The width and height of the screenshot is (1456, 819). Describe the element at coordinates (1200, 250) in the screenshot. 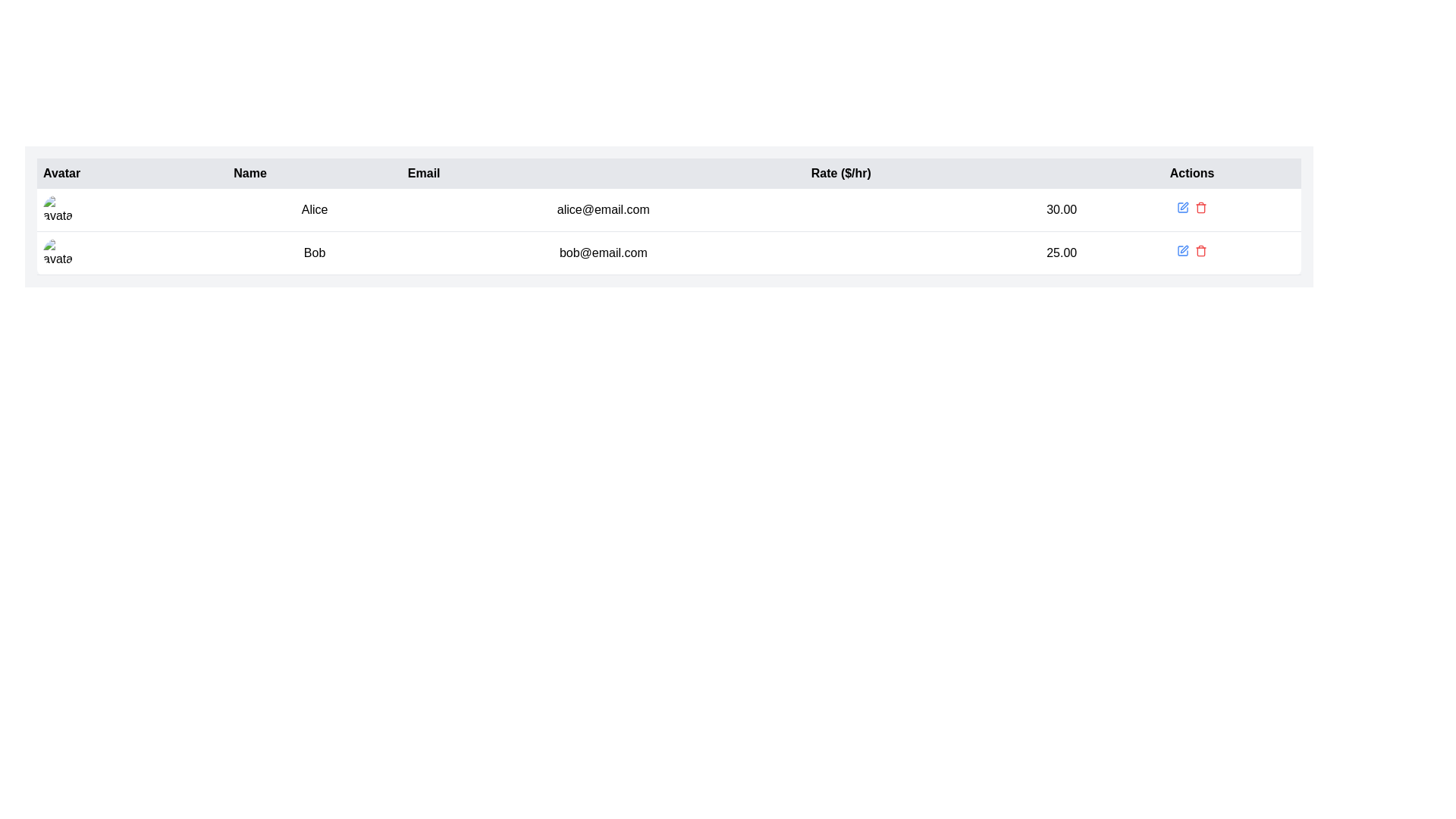

I see `the red trash can icon on the rightmost side of the row for user 'Bob' under the 'Actions' column to potentially see a tooltip` at that location.